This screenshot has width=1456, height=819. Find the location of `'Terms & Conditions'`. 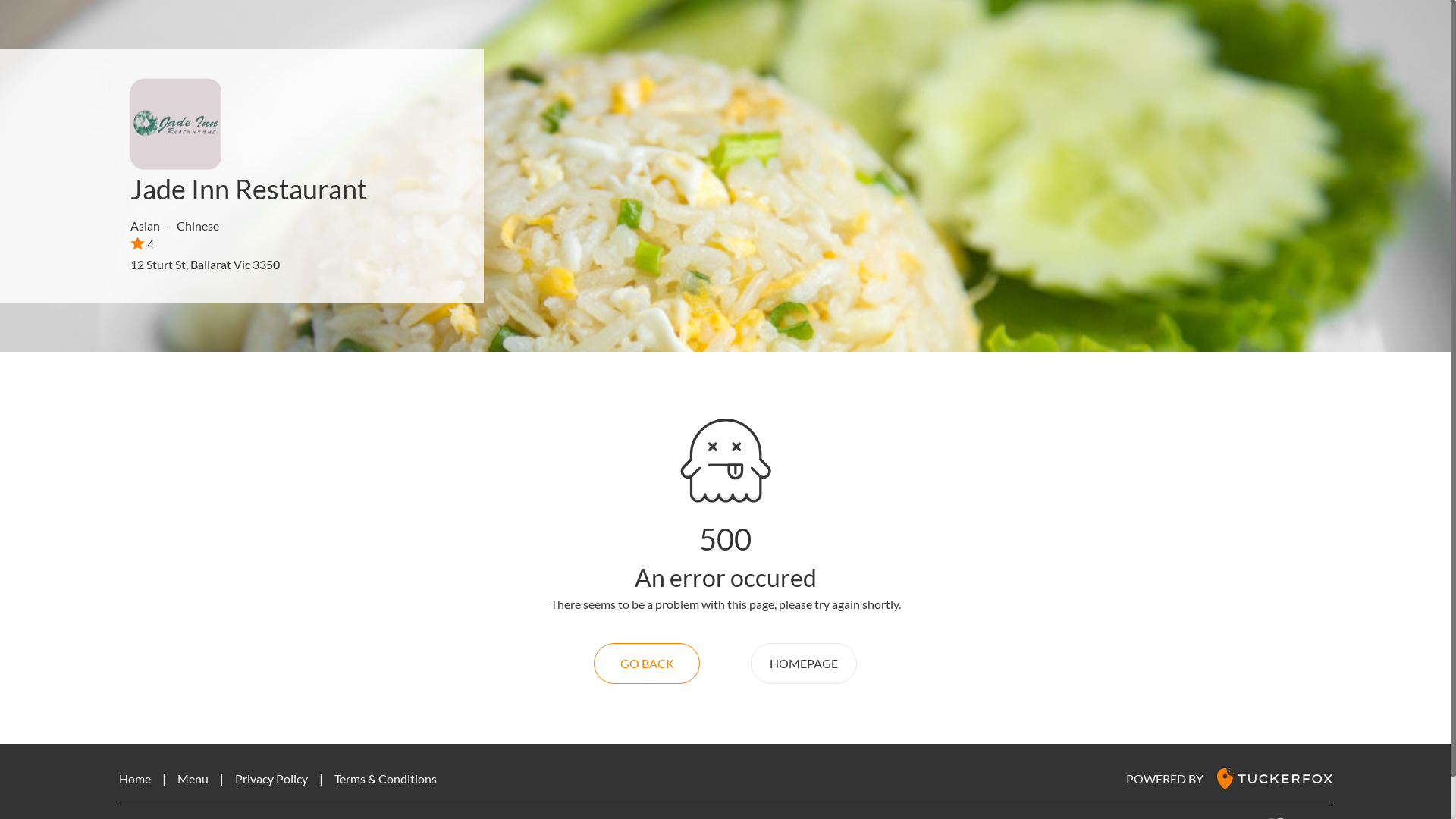

'Terms & Conditions' is located at coordinates (384, 778).